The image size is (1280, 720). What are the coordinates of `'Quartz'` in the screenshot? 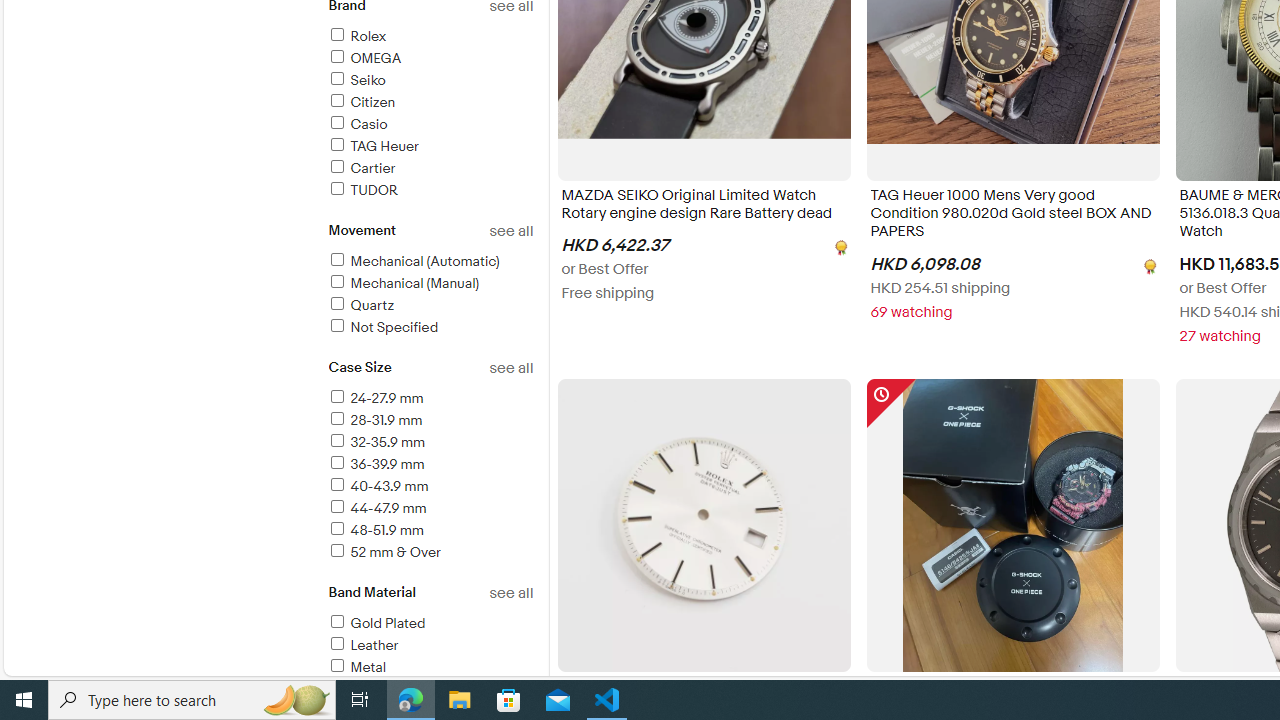 It's located at (360, 305).